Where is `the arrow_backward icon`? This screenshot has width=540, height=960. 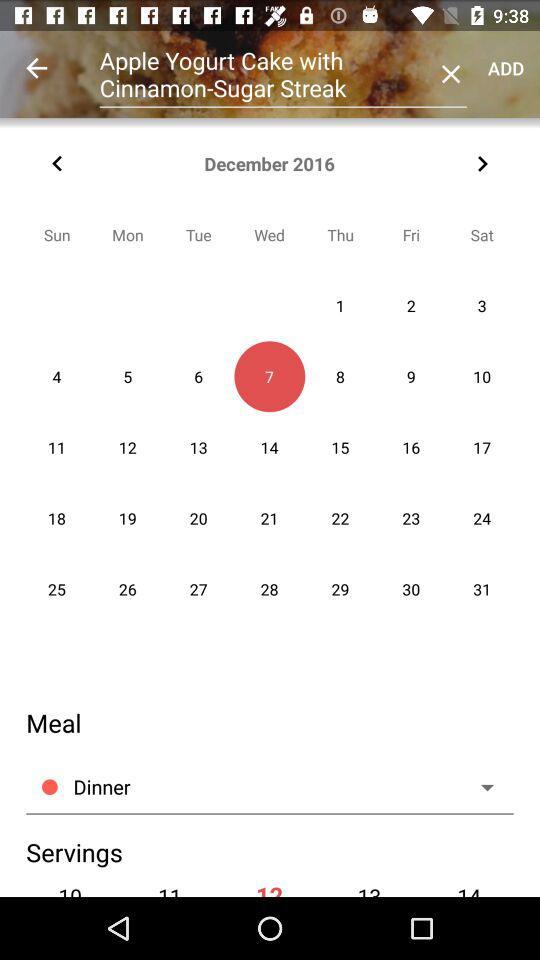 the arrow_backward icon is located at coordinates (57, 163).